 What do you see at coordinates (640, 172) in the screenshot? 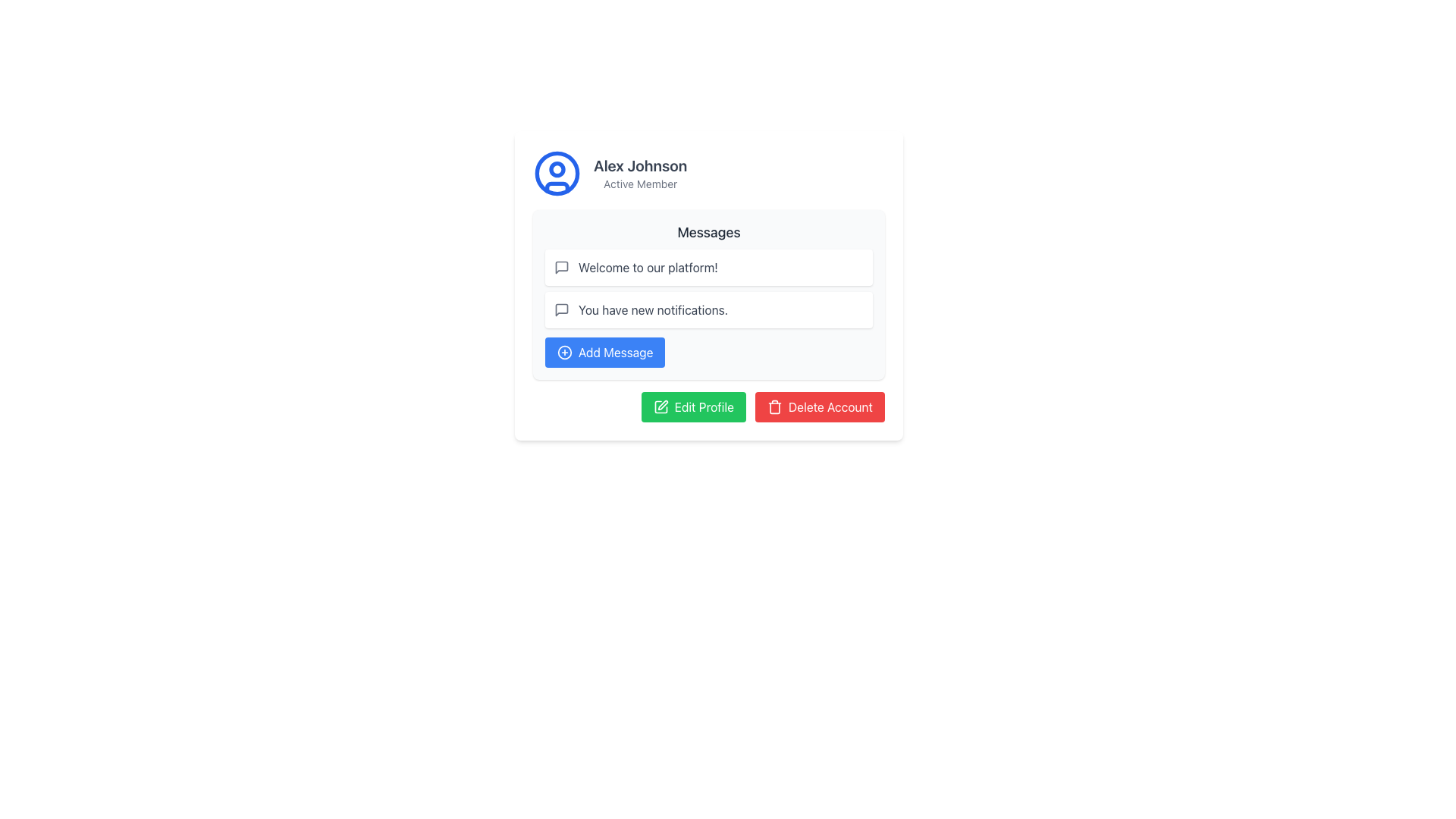
I see `the user name and membership status display element, which serves as an informational header for the user profile, located to the right of the user avatar graphic` at bounding box center [640, 172].